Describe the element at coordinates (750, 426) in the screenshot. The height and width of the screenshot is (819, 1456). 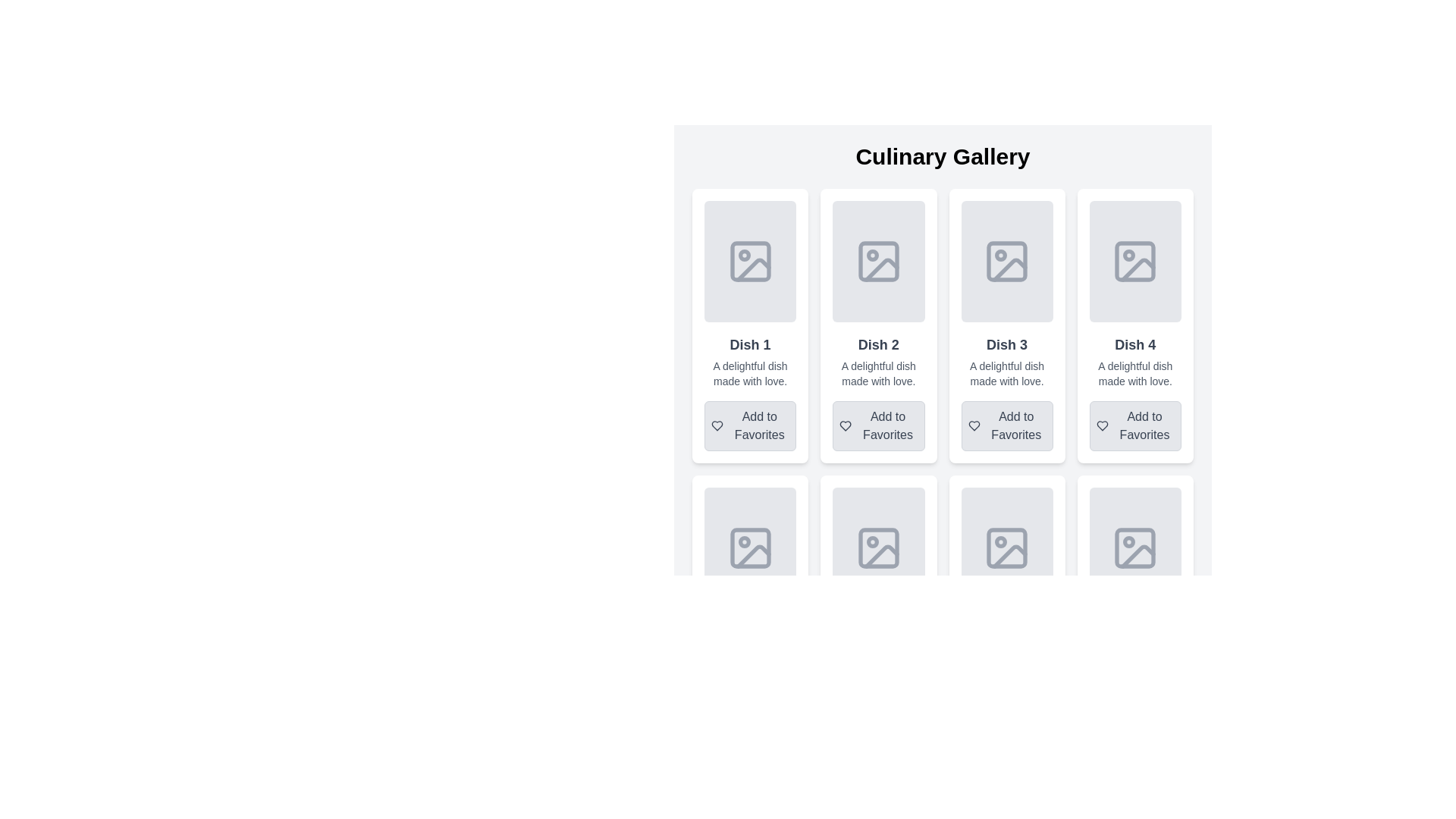
I see `the interactive button to add 'Dish 1' to the user's favorites, located below the description in the 'Dish 1' card` at that location.